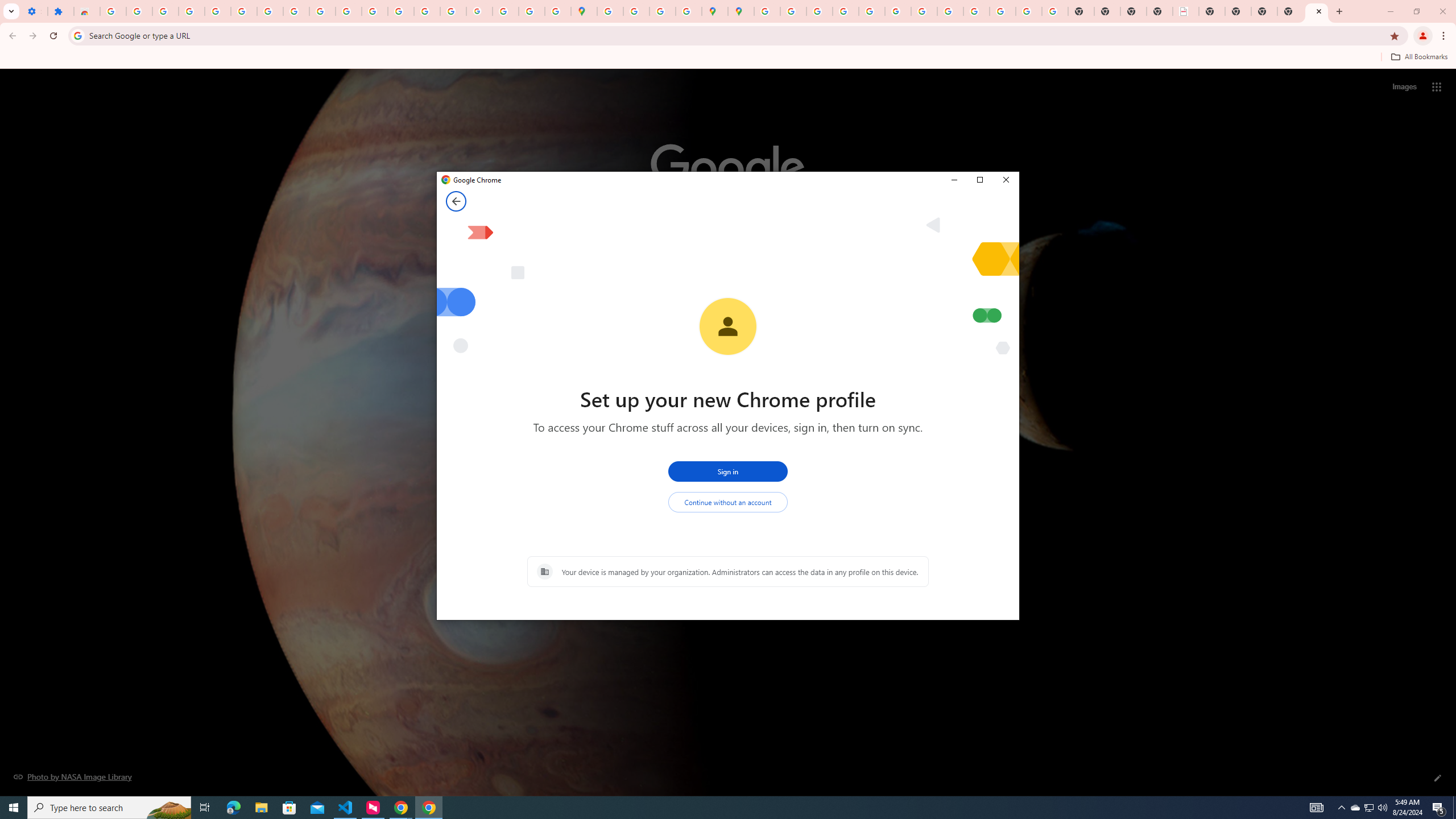  Describe the element at coordinates (260, 806) in the screenshot. I see `'File Explorer'` at that location.